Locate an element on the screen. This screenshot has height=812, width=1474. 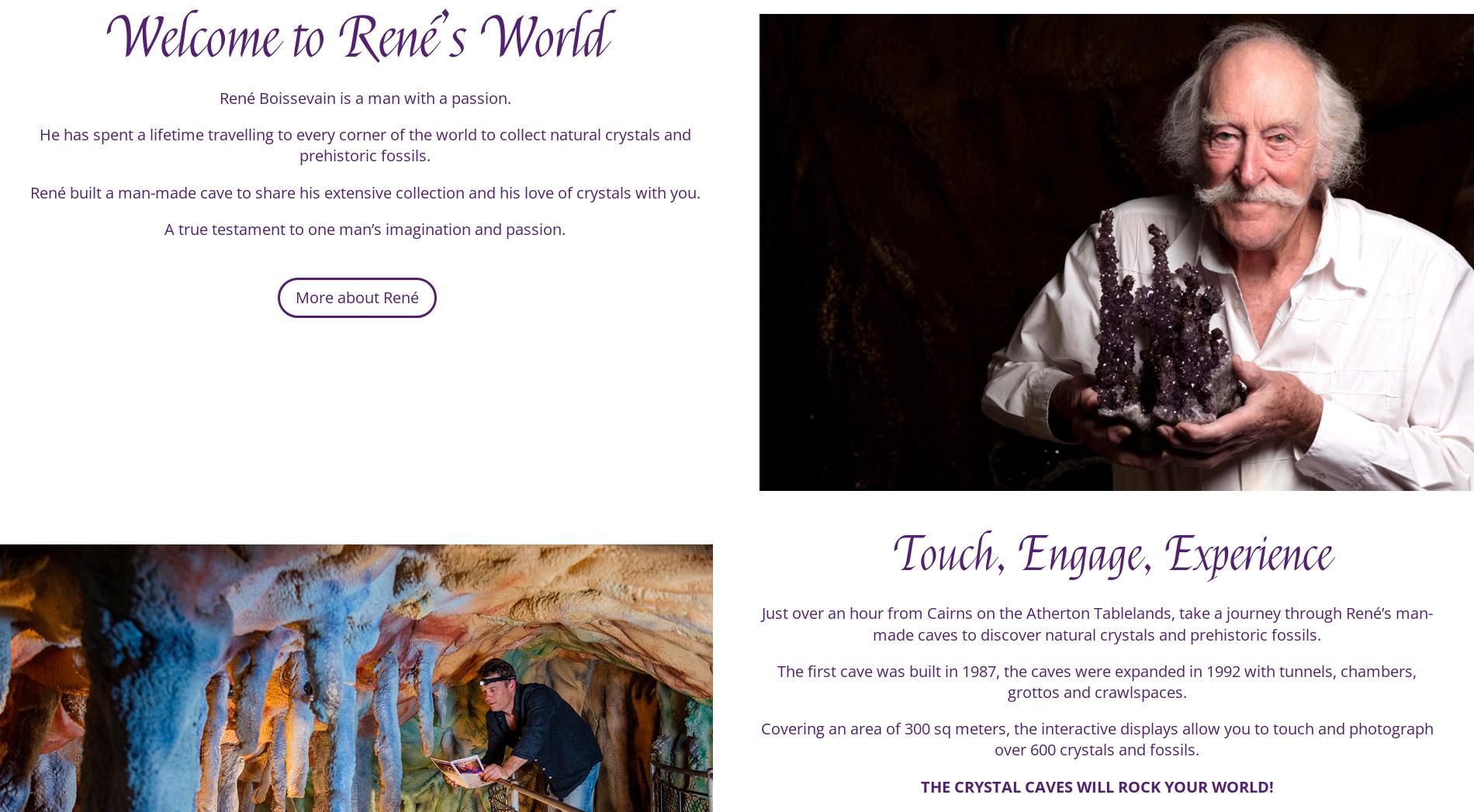
'Touch, Engage, Experience' is located at coordinates (1113, 566).